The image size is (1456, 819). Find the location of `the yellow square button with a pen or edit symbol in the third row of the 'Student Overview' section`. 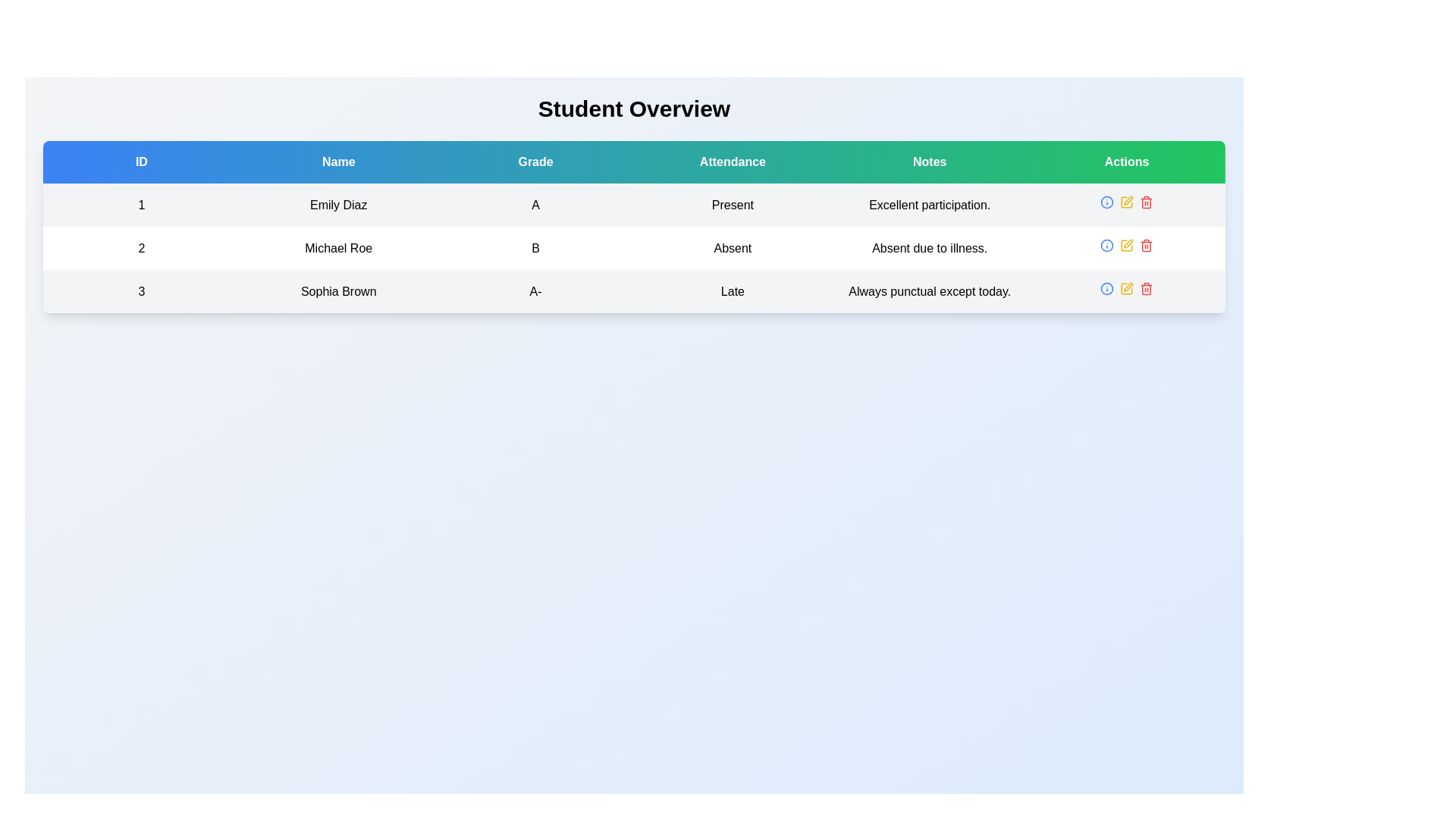

the yellow square button with a pen or edit symbol in the third row of the 'Student Overview' section is located at coordinates (1127, 289).